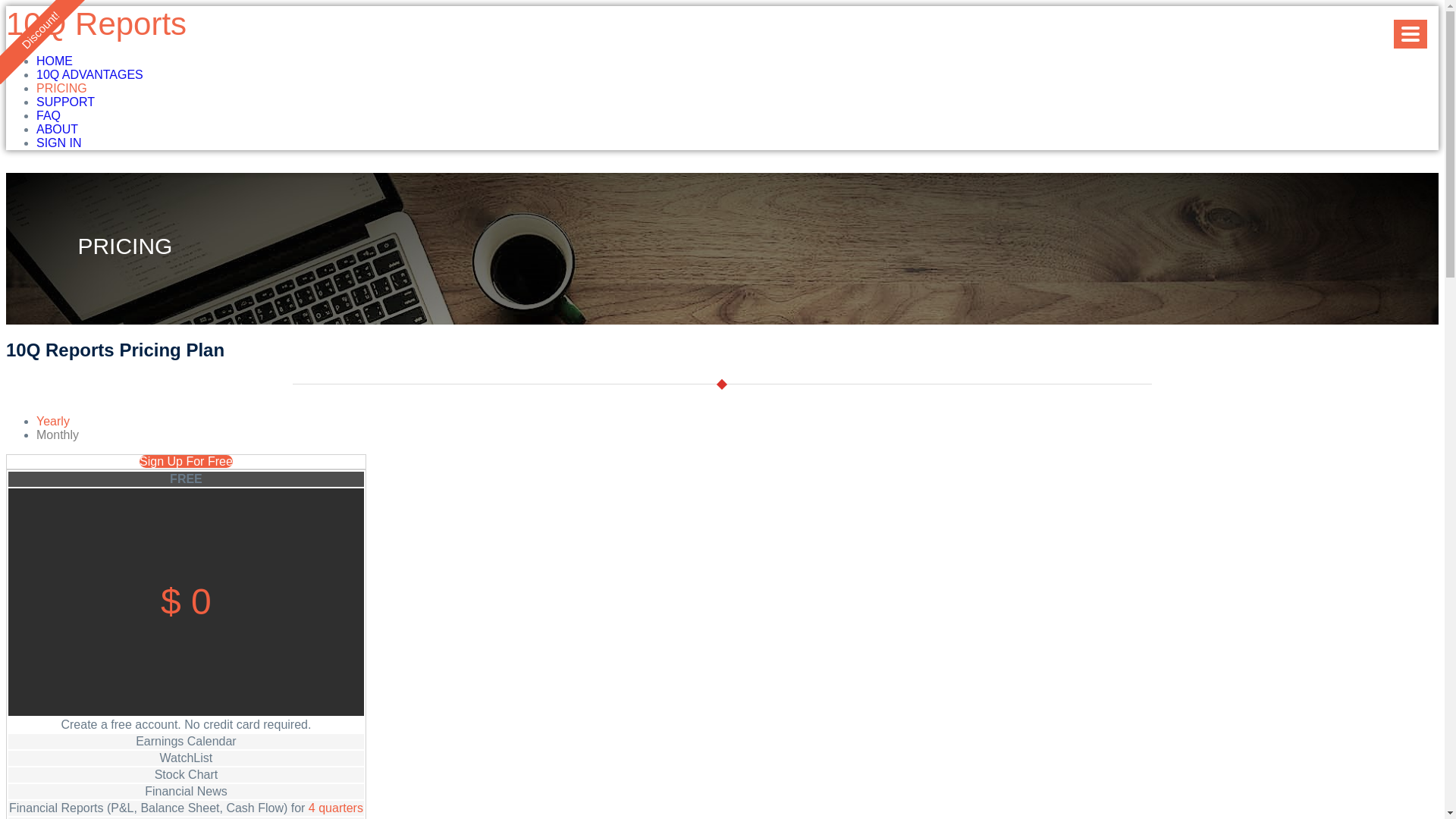 This screenshot has height=819, width=1456. I want to click on '10Q Reports', so click(95, 24).